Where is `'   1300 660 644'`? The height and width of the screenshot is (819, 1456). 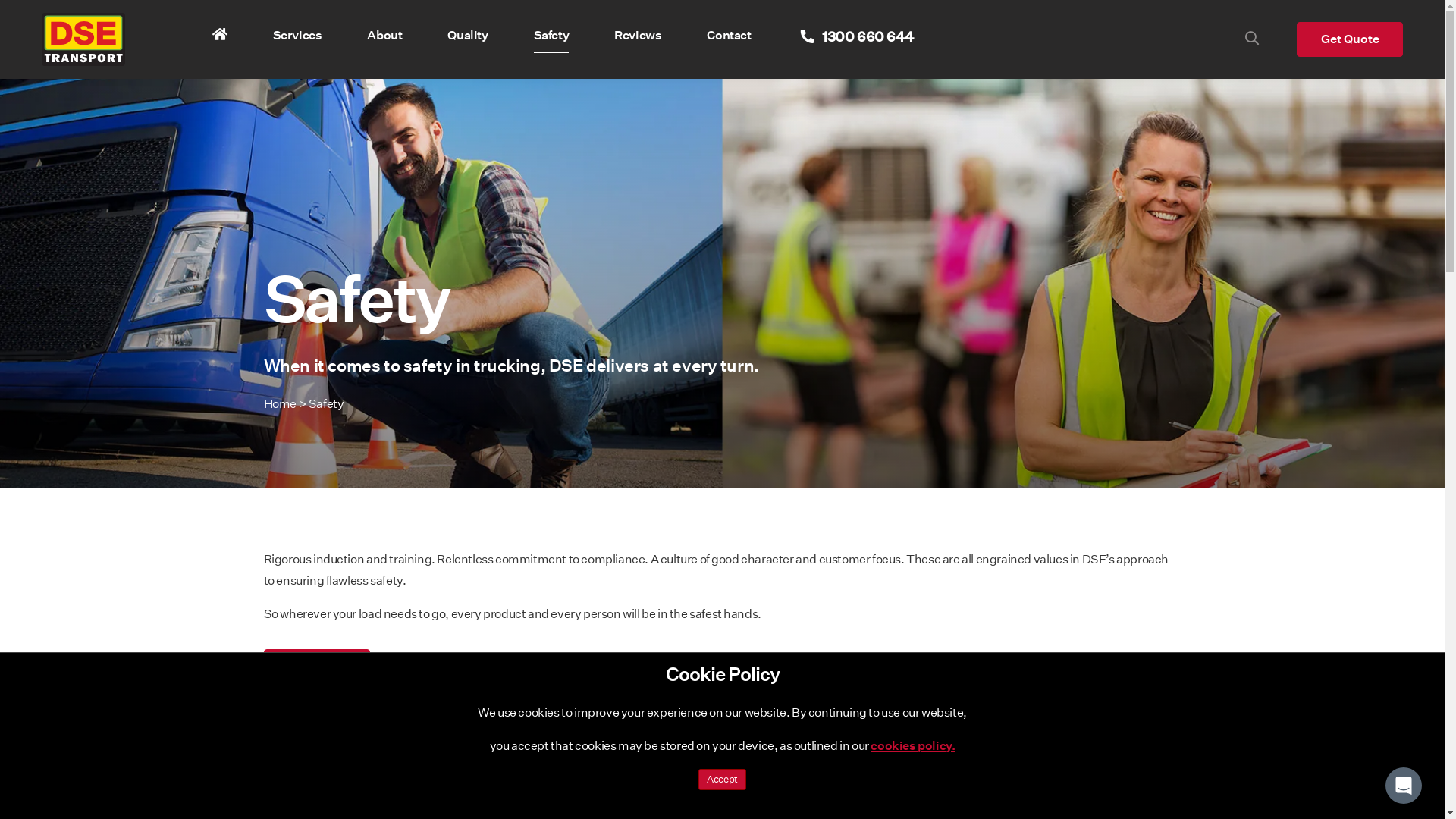 '   1300 660 644' is located at coordinates (855, 36).